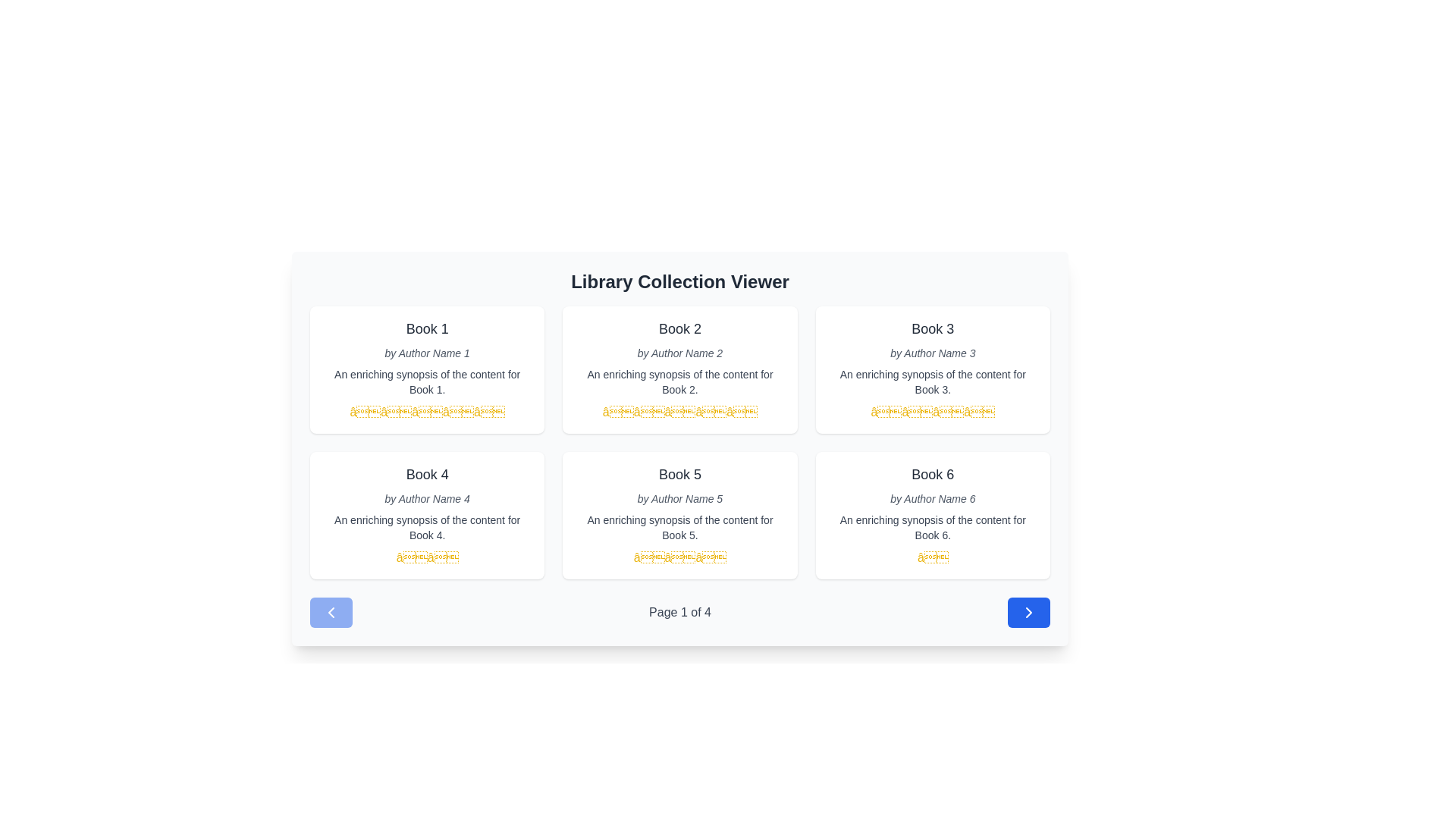 This screenshot has width=1456, height=819. I want to click on the static 4-star rating indicator located below the text 'An enriching synopsis of the content for Book 3' in the Book 3 card, so click(932, 412).